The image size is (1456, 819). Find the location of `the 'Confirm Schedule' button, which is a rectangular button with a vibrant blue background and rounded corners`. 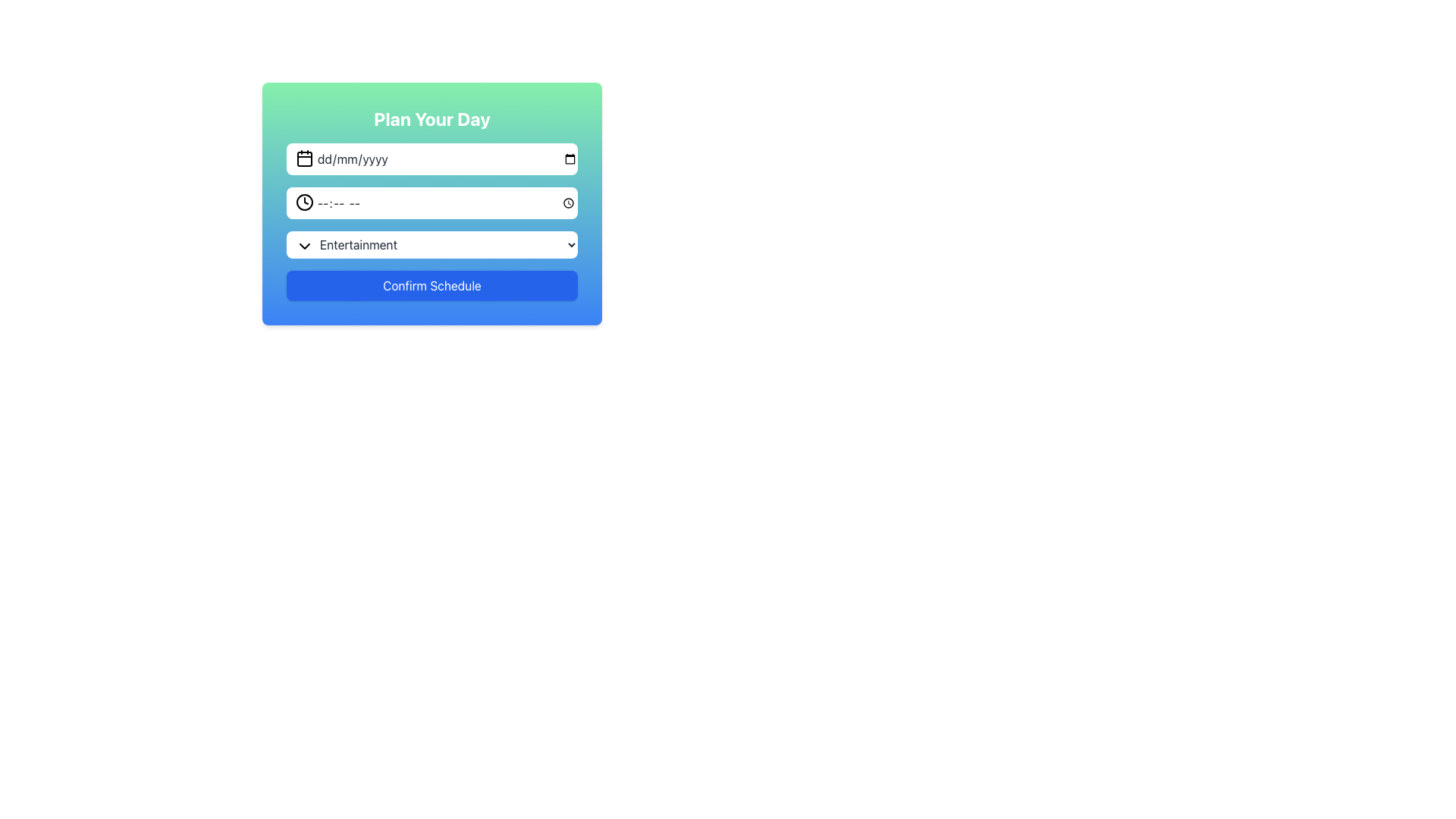

the 'Confirm Schedule' button, which is a rectangular button with a vibrant blue background and rounded corners is located at coordinates (431, 286).